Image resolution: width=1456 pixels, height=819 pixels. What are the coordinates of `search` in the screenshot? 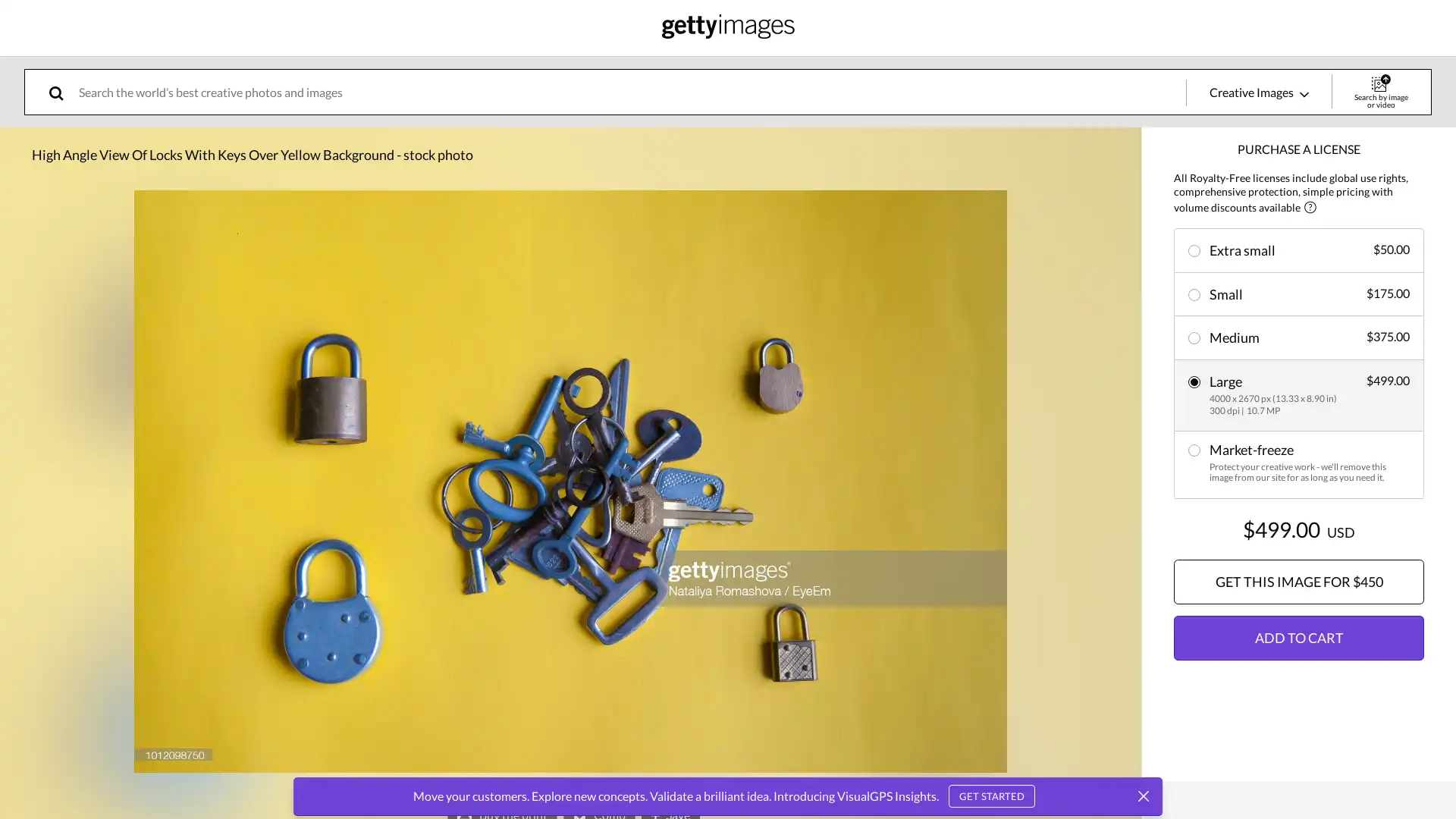 It's located at (67, 92).